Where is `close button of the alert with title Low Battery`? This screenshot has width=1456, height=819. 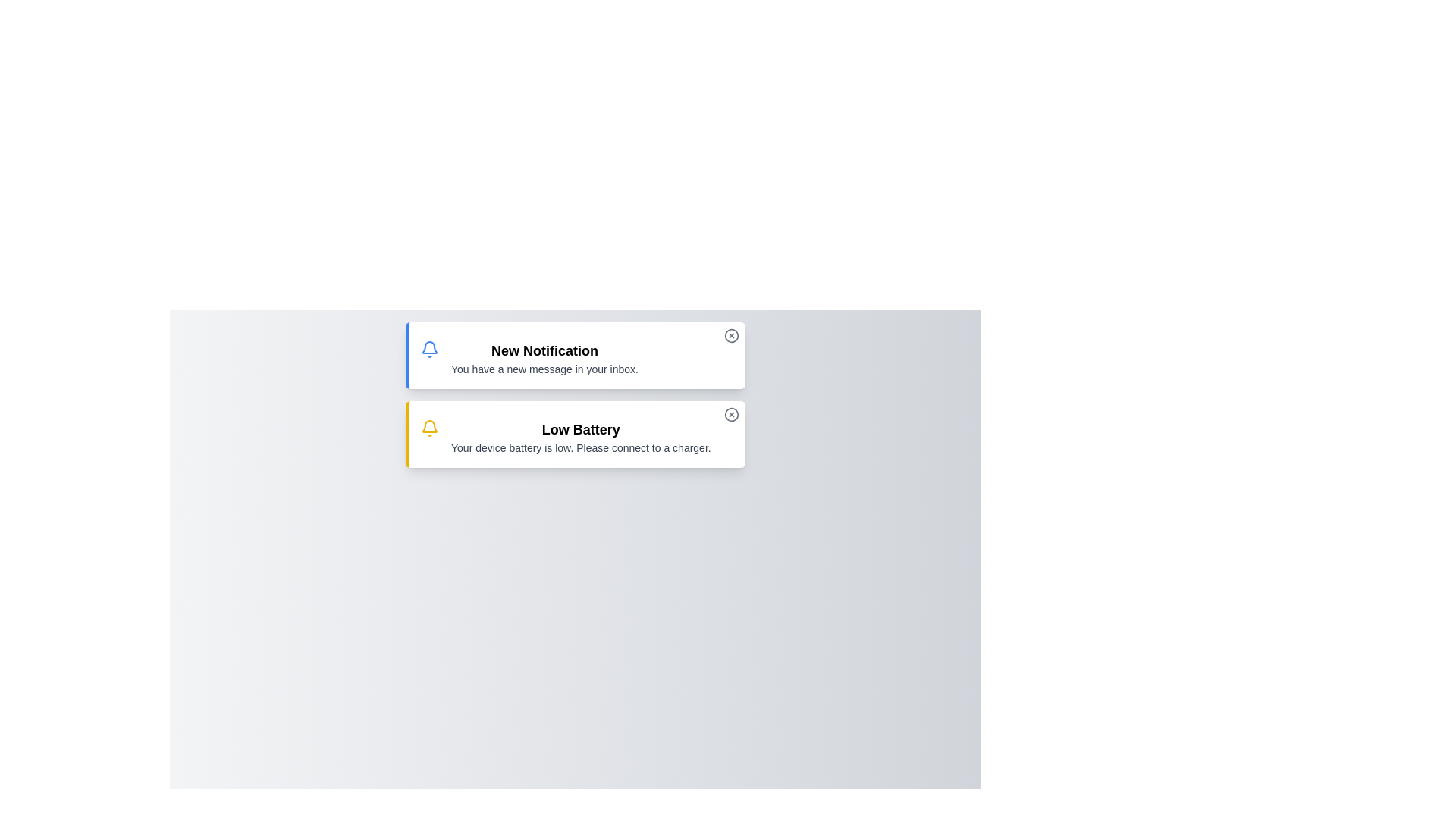
close button of the alert with title Low Battery is located at coordinates (731, 415).